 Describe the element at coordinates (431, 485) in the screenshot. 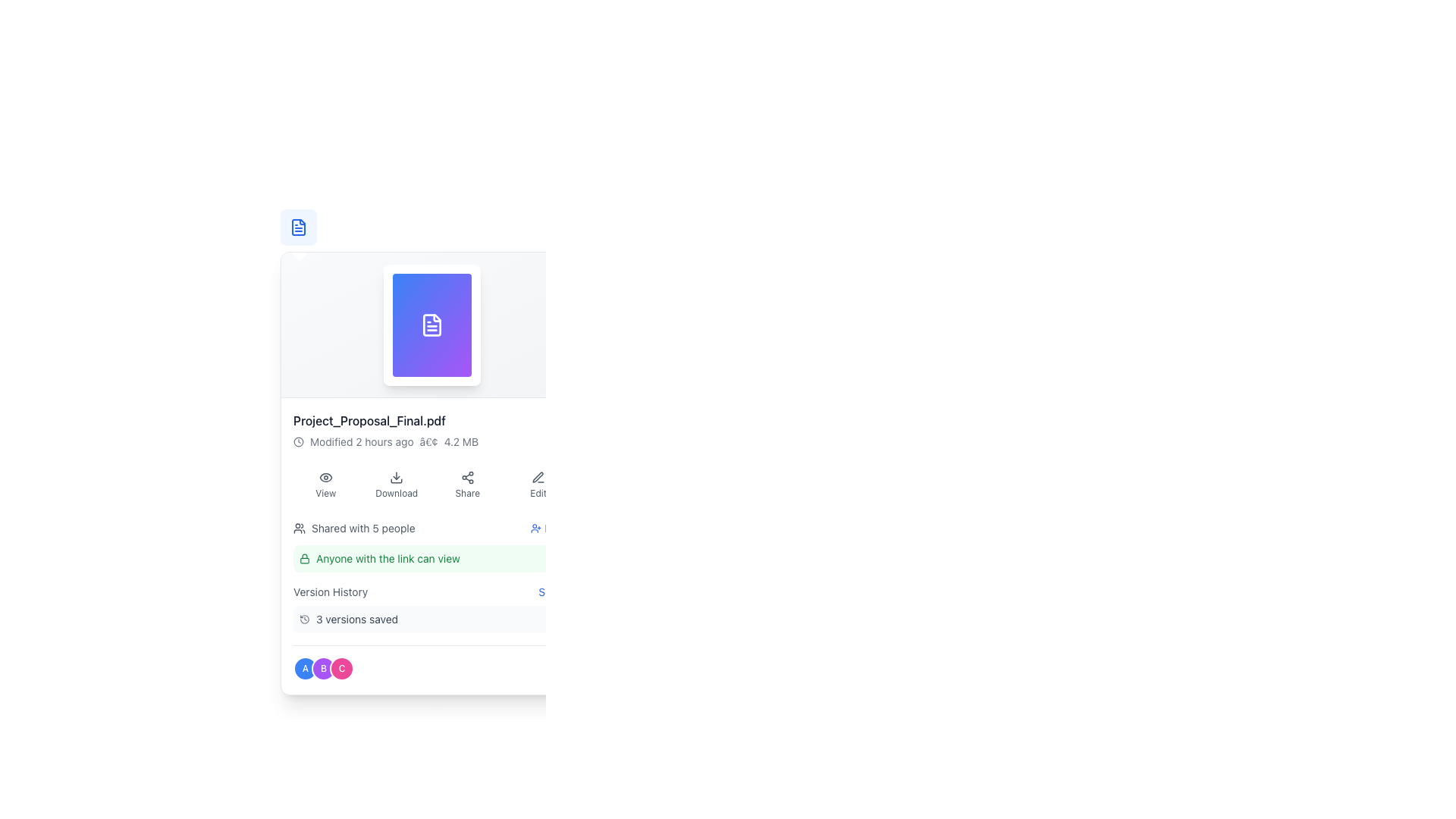

I see `the 'Share' button in the group of action buttons` at that location.